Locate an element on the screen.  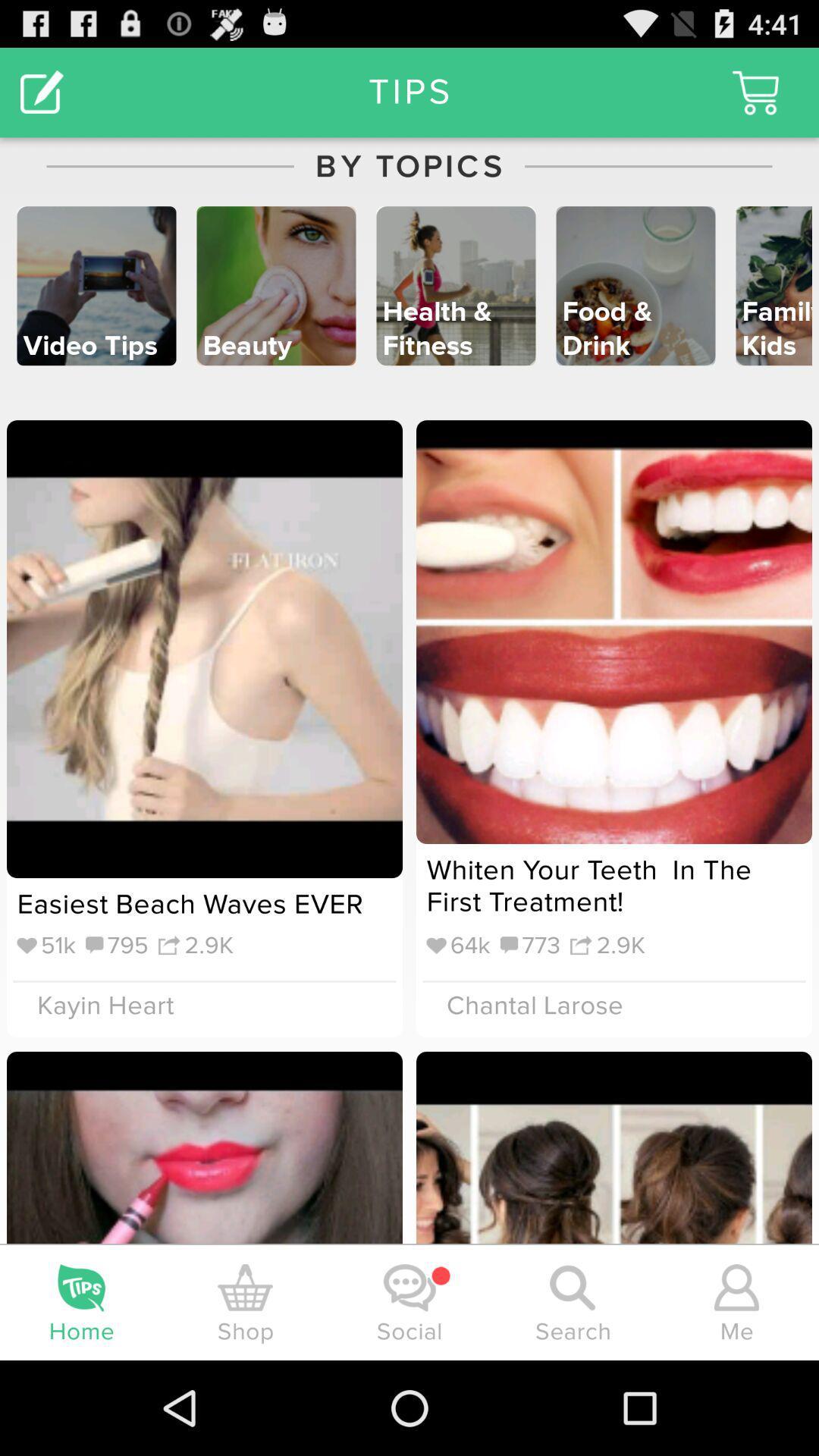
the image under video tips is located at coordinates (205, 648).